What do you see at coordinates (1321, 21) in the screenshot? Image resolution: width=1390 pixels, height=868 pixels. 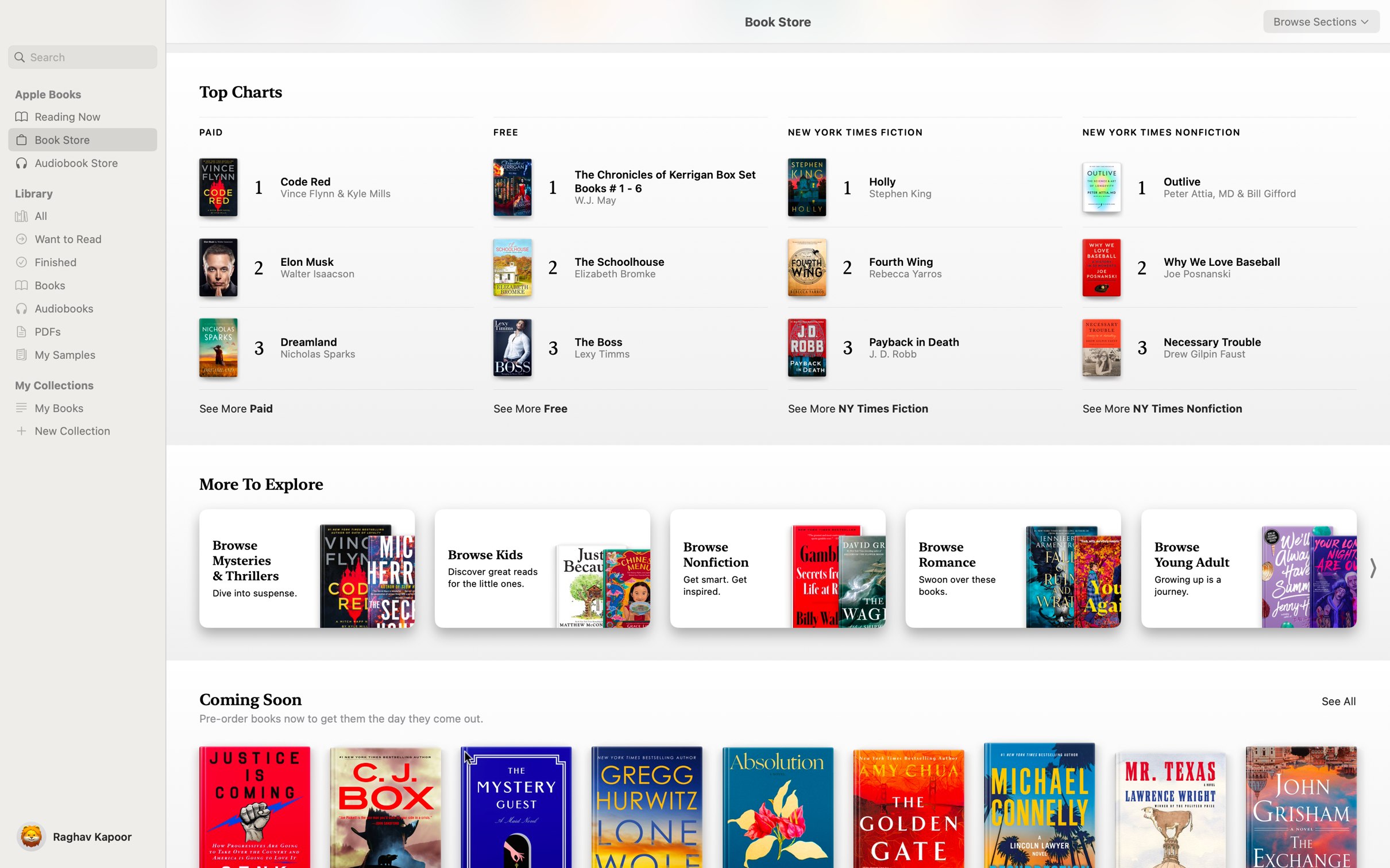 I see `Use the dropdown on the top right to find and select the Sci-fi book section` at bounding box center [1321, 21].